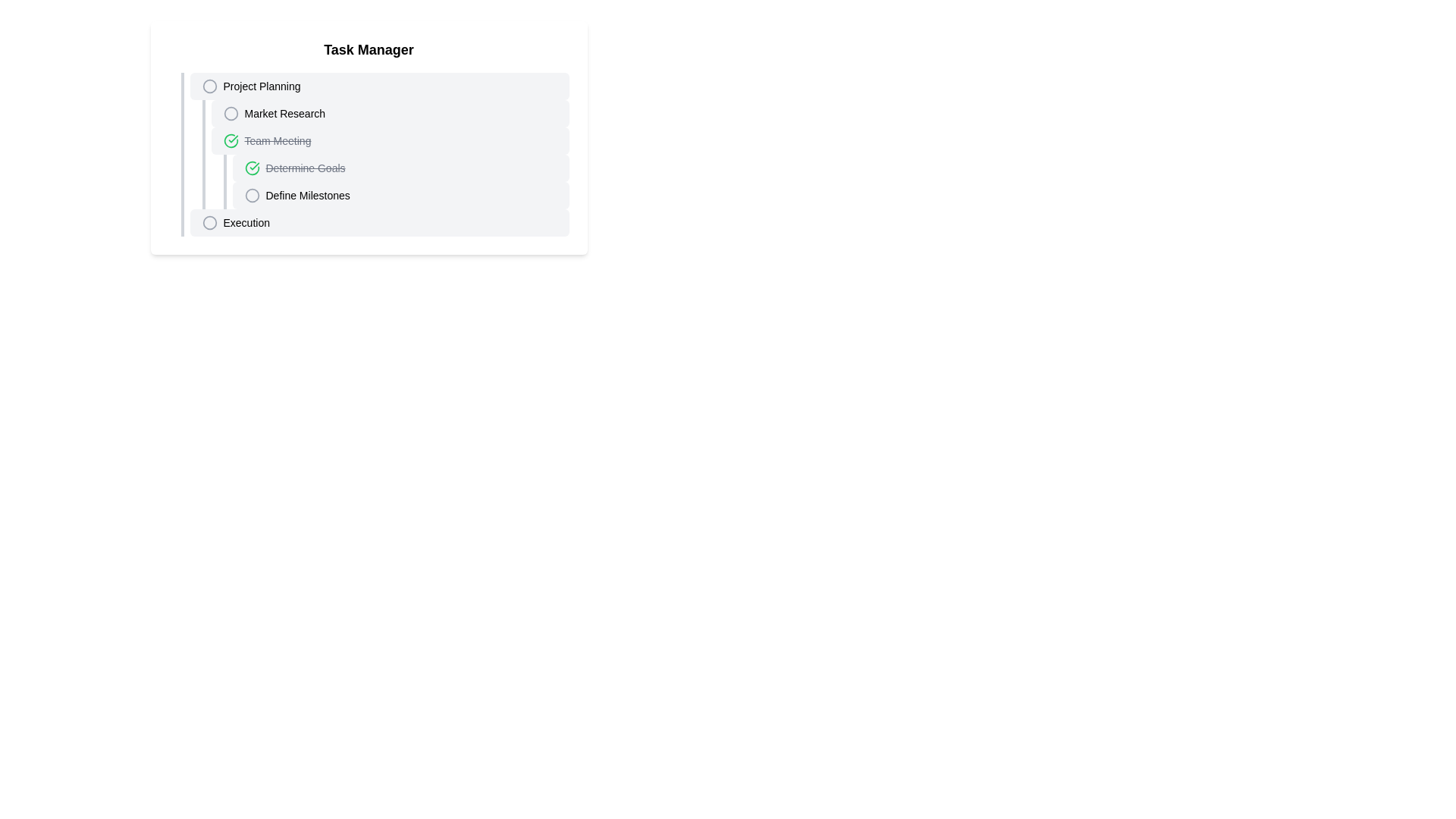  Describe the element at coordinates (400, 195) in the screenshot. I see `the list item labeled 'Define Milestones' in the 'Project Planning' section` at that location.